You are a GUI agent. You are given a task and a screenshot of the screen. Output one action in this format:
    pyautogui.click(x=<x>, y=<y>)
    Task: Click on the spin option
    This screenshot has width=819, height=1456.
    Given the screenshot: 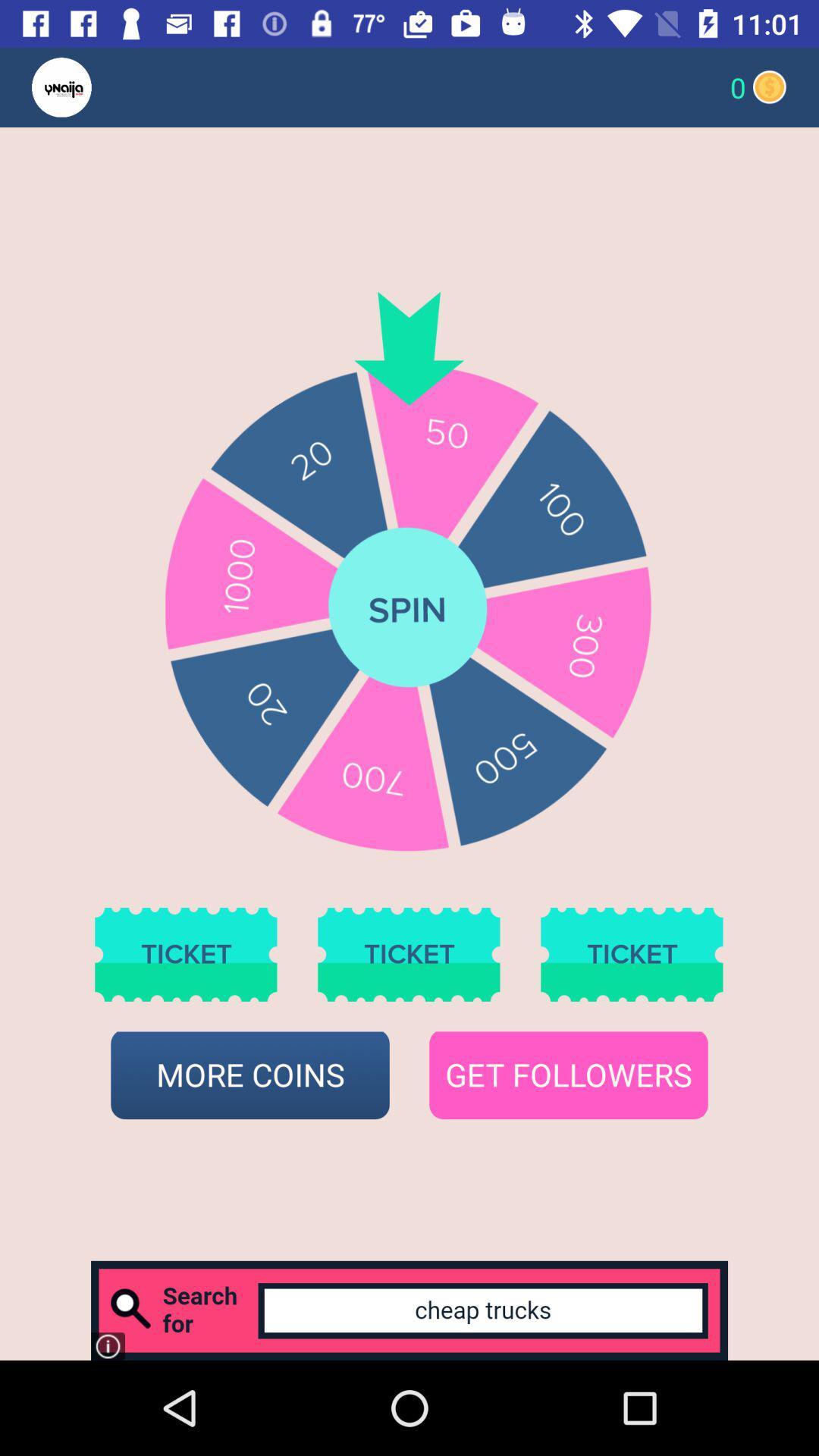 What is the action you would take?
    pyautogui.click(x=408, y=609)
    